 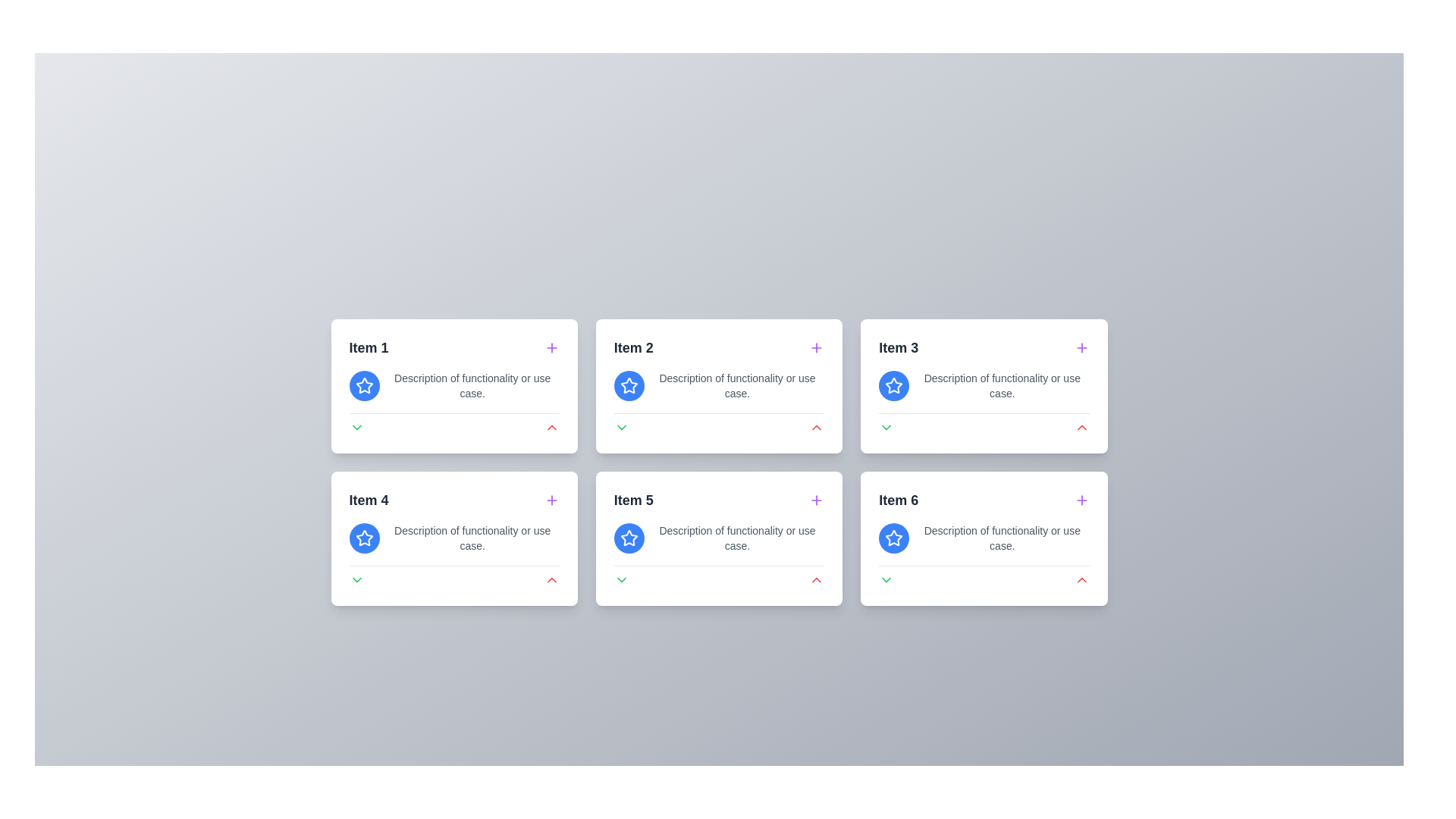 What do you see at coordinates (894, 537) in the screenshot?
I see `the circular blue Icon button with a white star icon located in the top-left section of the card labeled 'Item 6'` at bounding box center [894, 537].